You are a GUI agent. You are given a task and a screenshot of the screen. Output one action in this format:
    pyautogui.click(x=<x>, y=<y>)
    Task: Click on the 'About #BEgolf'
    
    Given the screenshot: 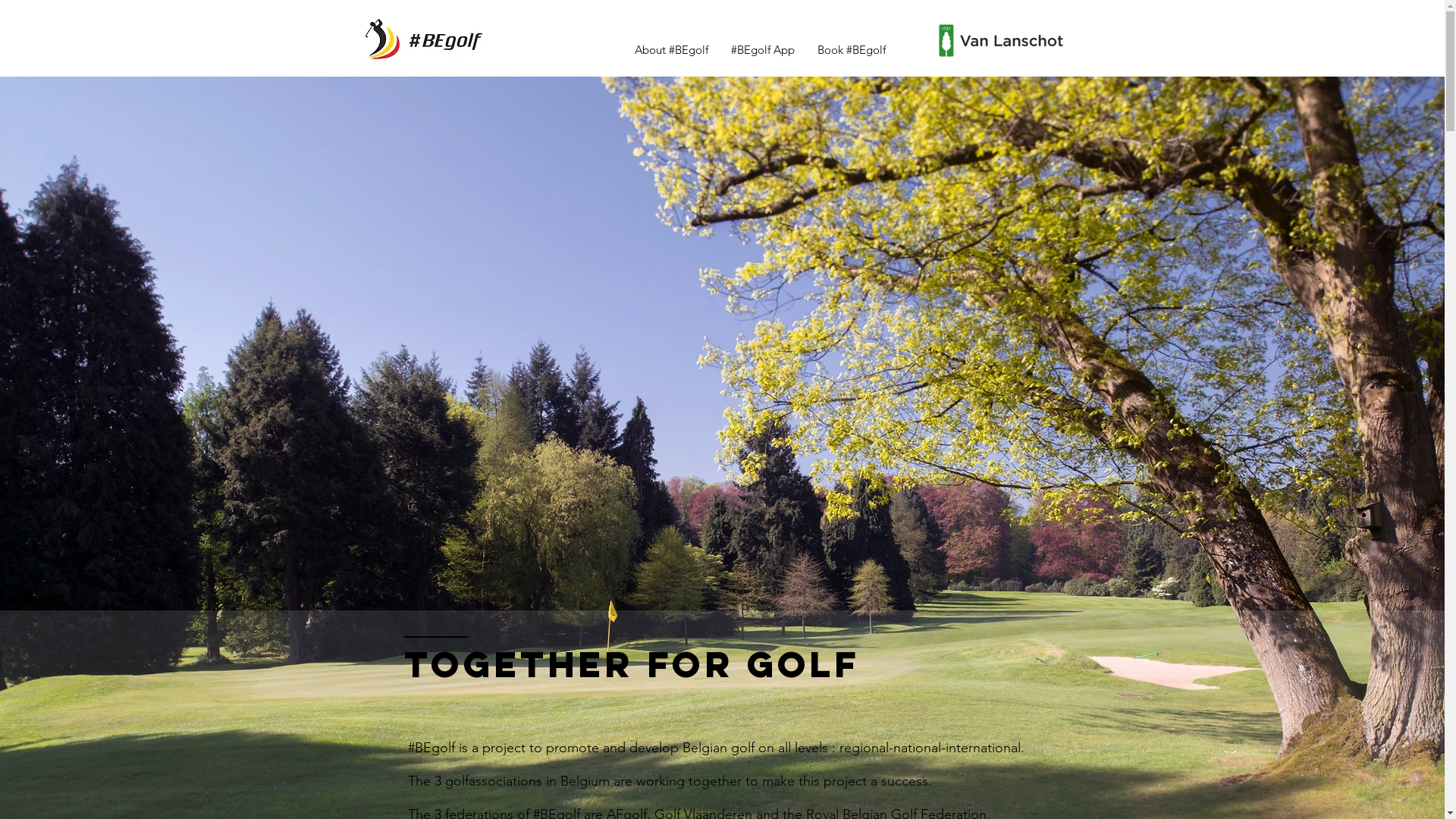 What is the action you would take?
    pyautogui.click(x=623, y=49)
    